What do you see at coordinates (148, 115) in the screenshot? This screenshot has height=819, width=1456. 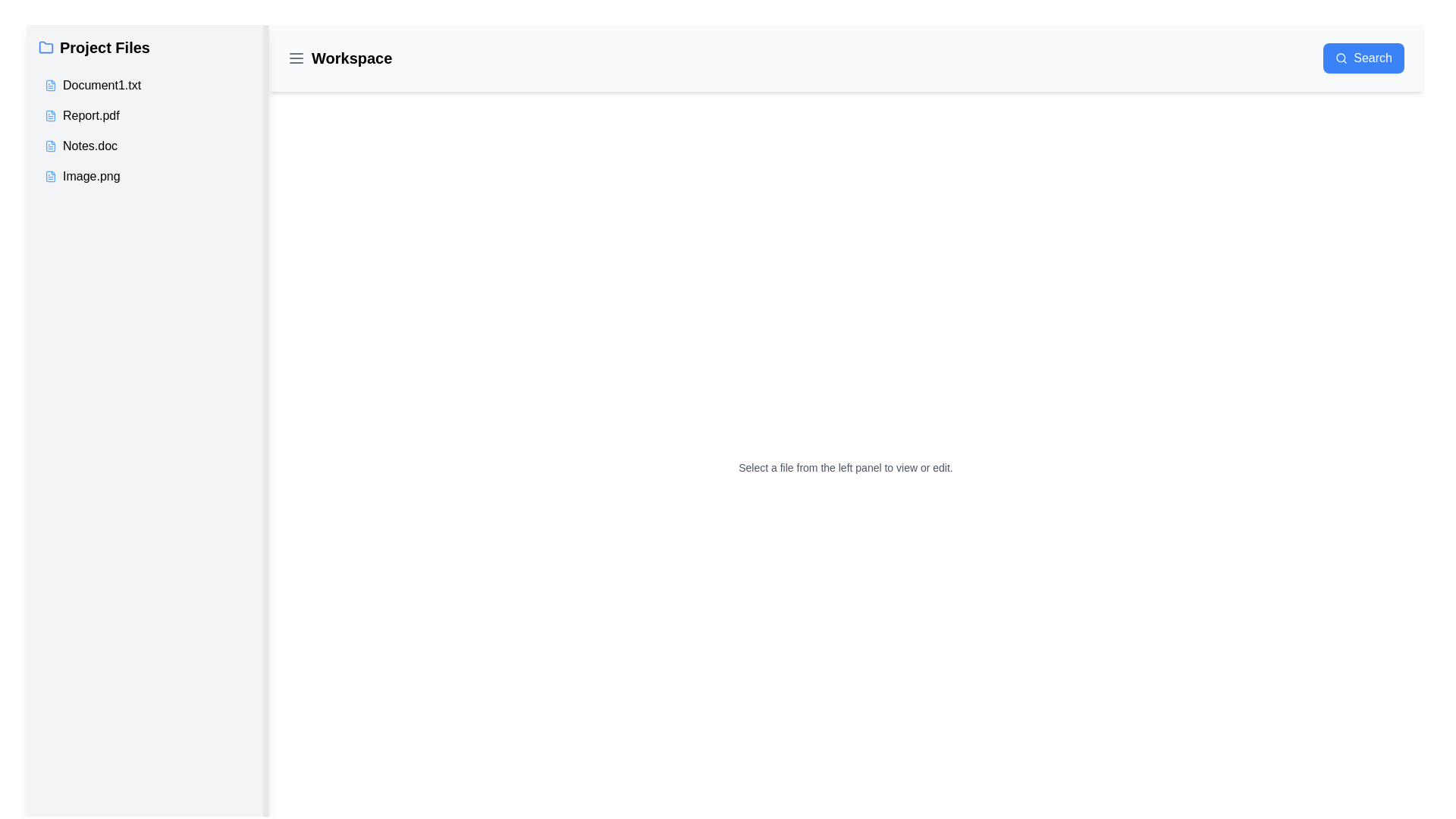 I see `the selectable file item labeled 'Report.pdf' in the left sidebar` at bounding box center [148, 115].